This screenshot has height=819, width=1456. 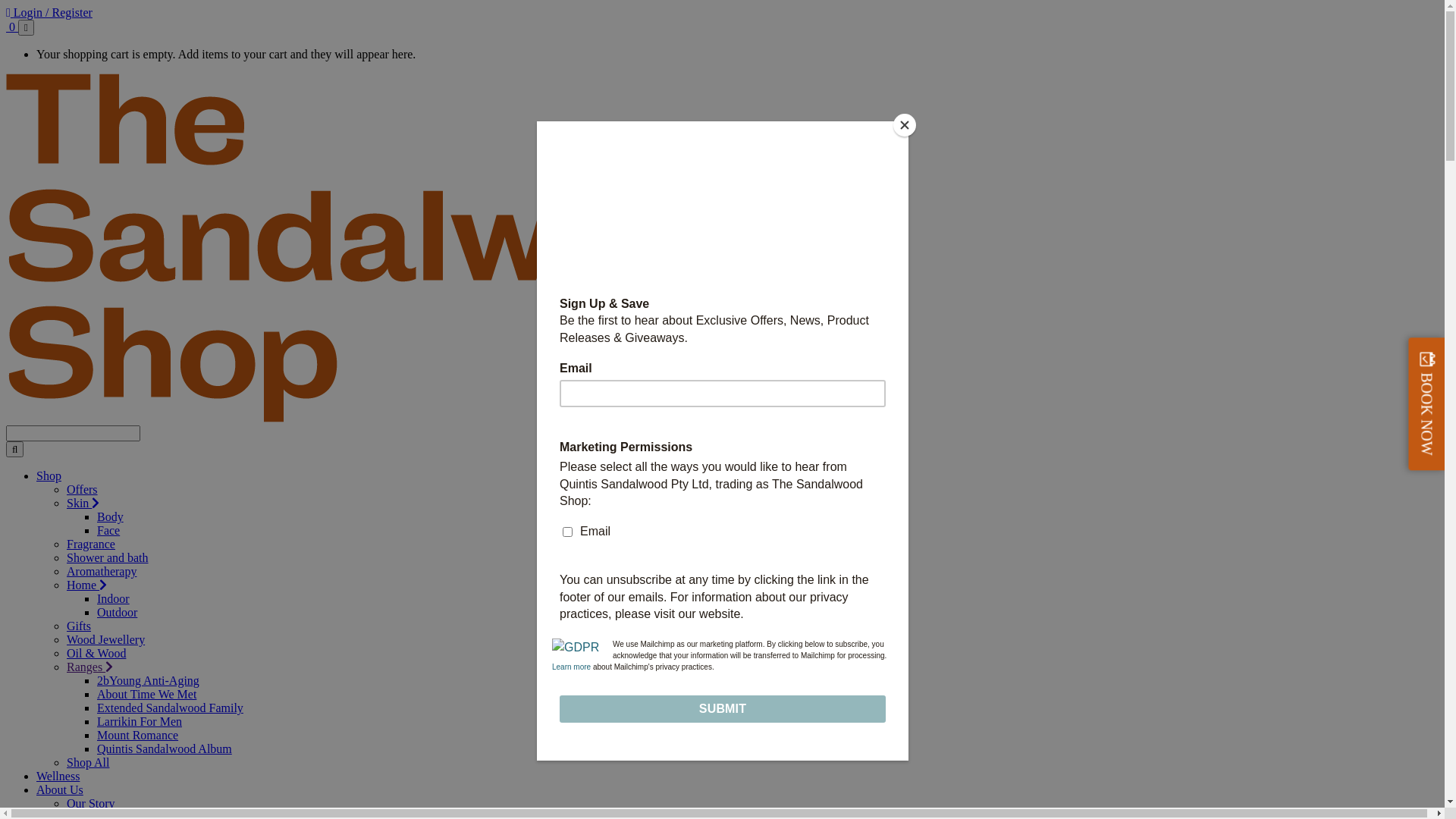 I want to click on 'Shop All', so click(x=65, y=762).